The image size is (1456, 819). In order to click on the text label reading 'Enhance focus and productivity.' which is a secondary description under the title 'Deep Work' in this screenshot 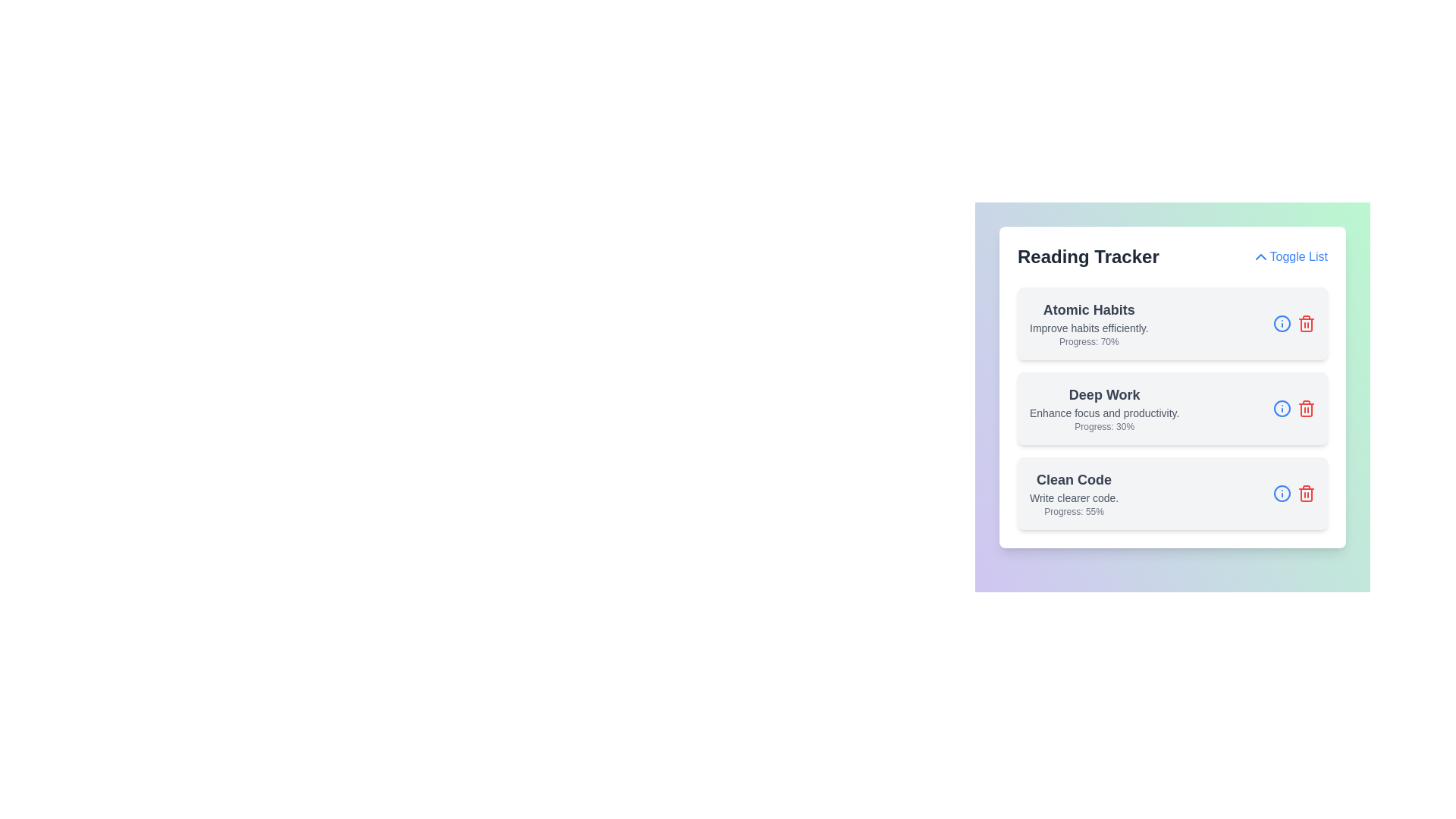, I will do `click(1104, 413)`.